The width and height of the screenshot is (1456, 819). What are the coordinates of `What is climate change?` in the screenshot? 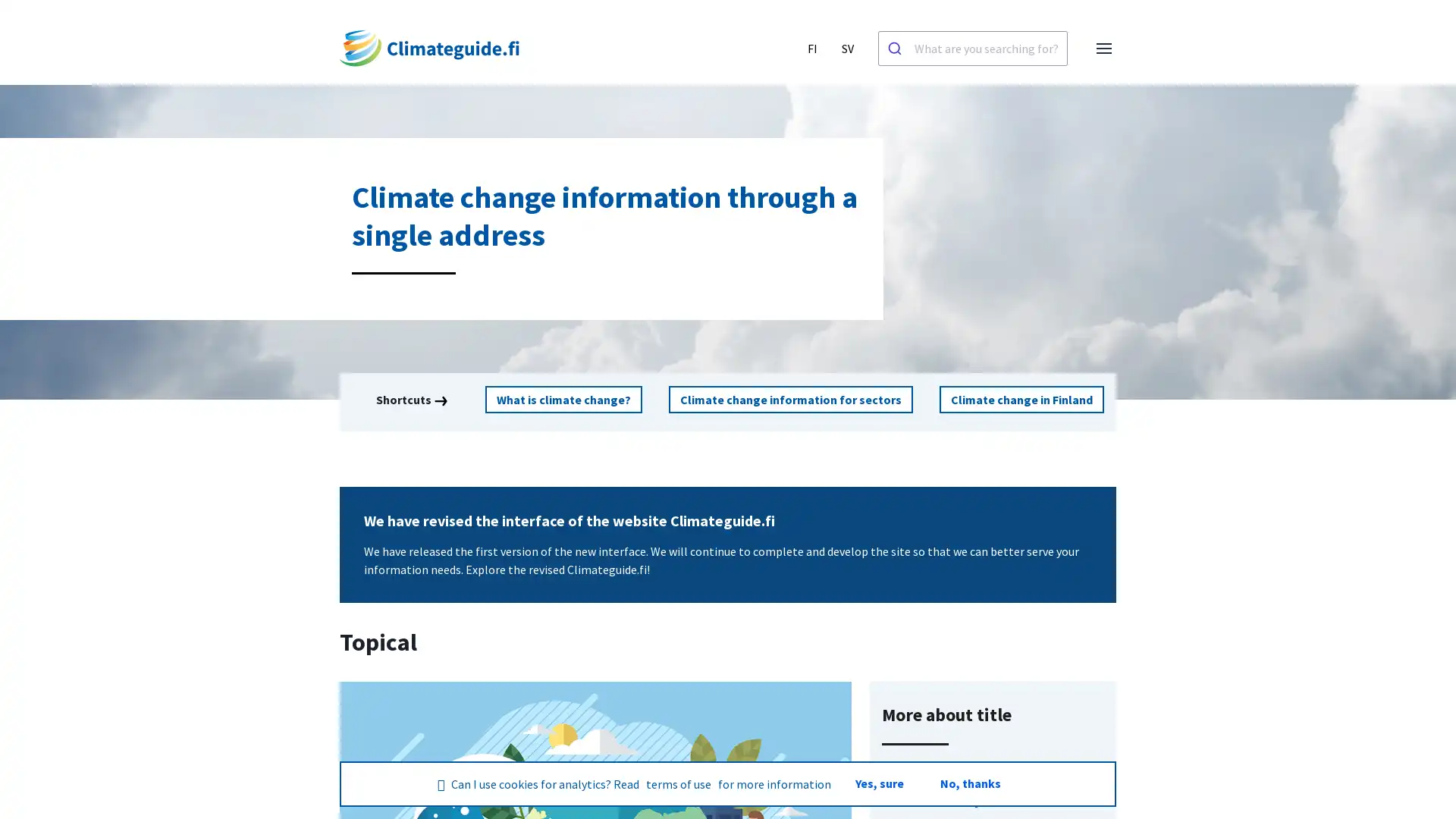 It's located at (565, 399).